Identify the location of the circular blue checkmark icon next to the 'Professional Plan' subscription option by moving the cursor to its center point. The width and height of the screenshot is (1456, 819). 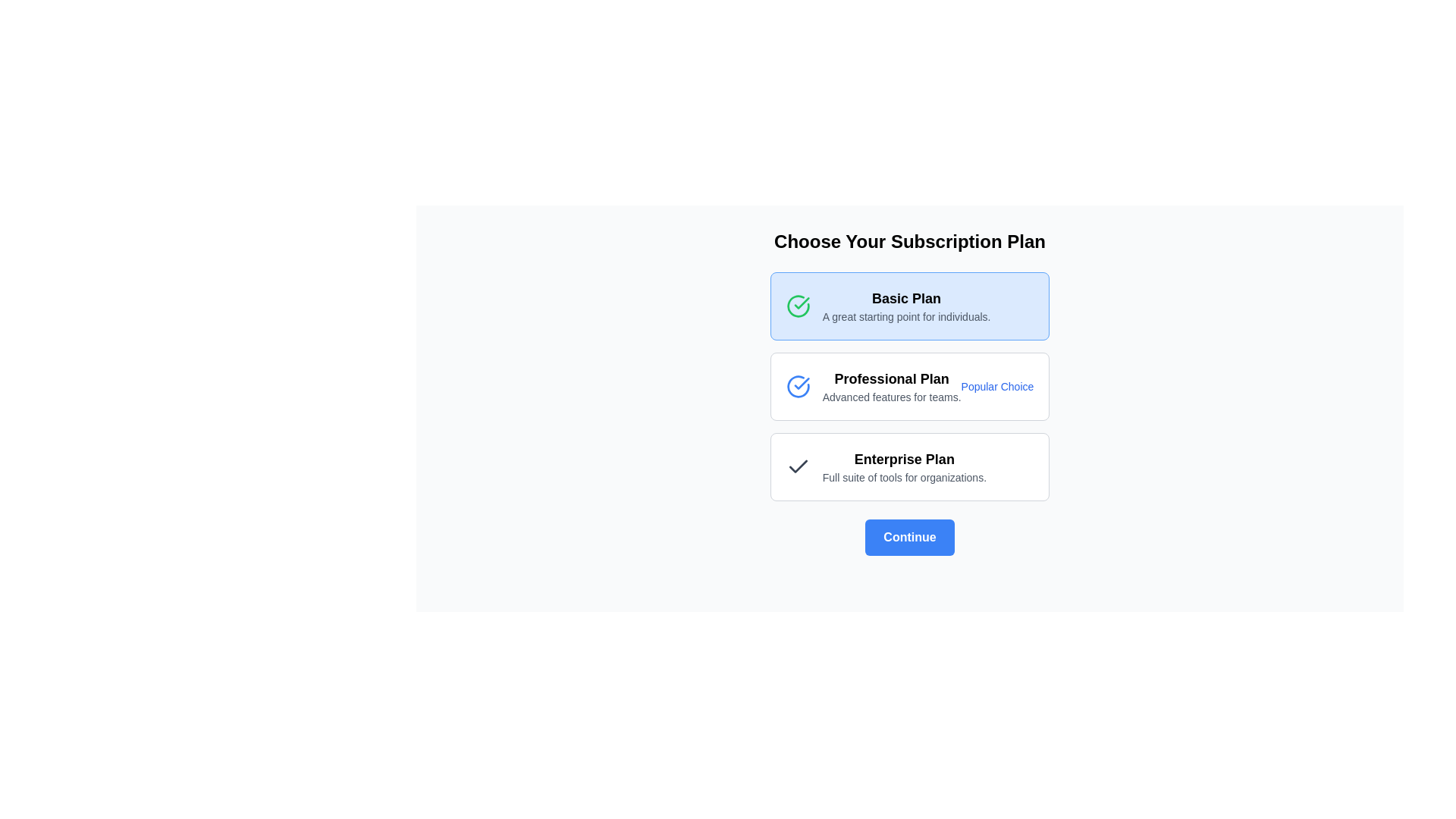
(797, 385).